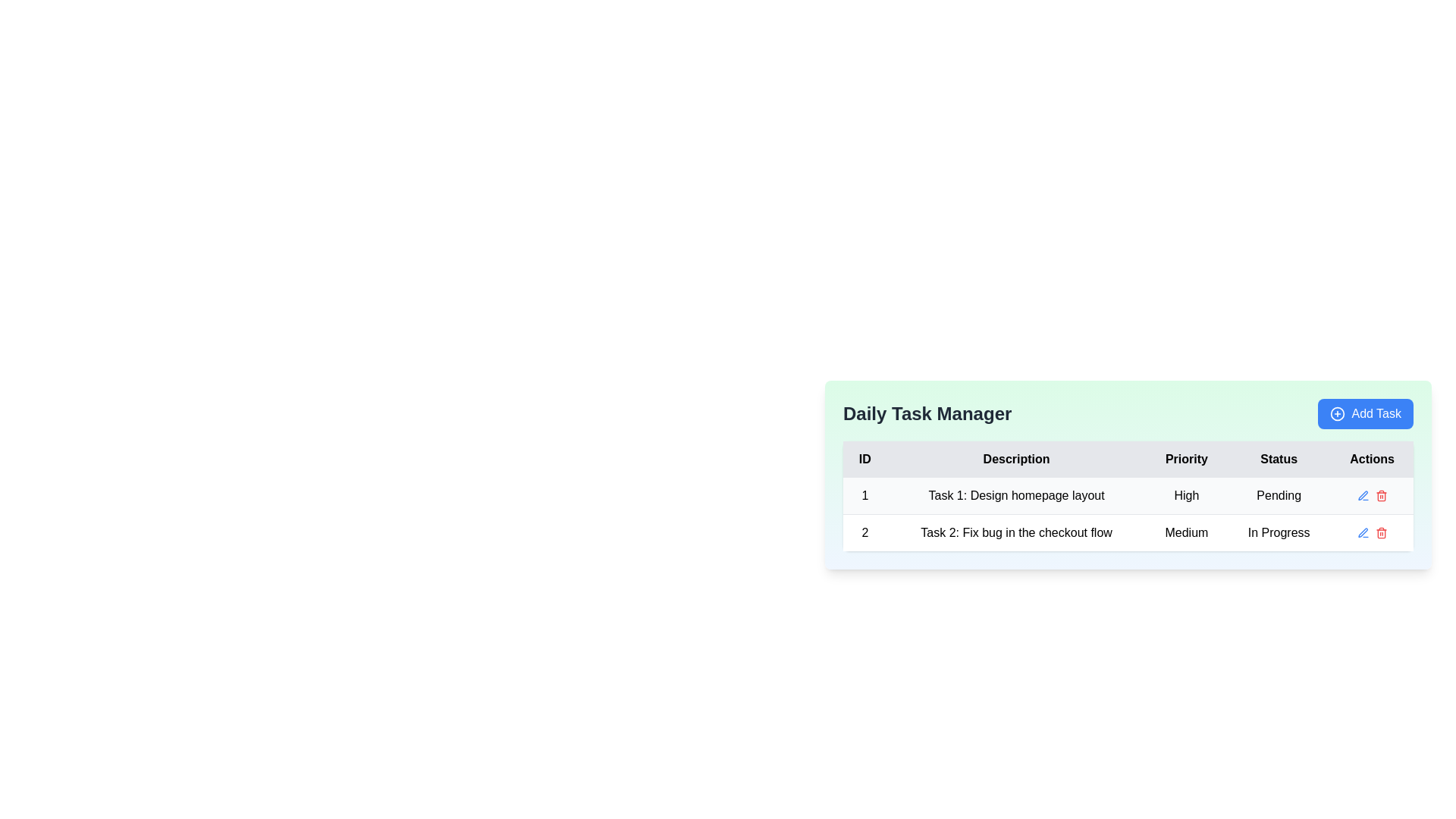 Image resolution: width=1456 pixels, height=819 pixels. What do you see at coordinates (1366, 414) in the screenshot?
I see `the 'Add Task' button which has a blue background, white text, and a plus sign icon` at bounding box center [1366, 414].